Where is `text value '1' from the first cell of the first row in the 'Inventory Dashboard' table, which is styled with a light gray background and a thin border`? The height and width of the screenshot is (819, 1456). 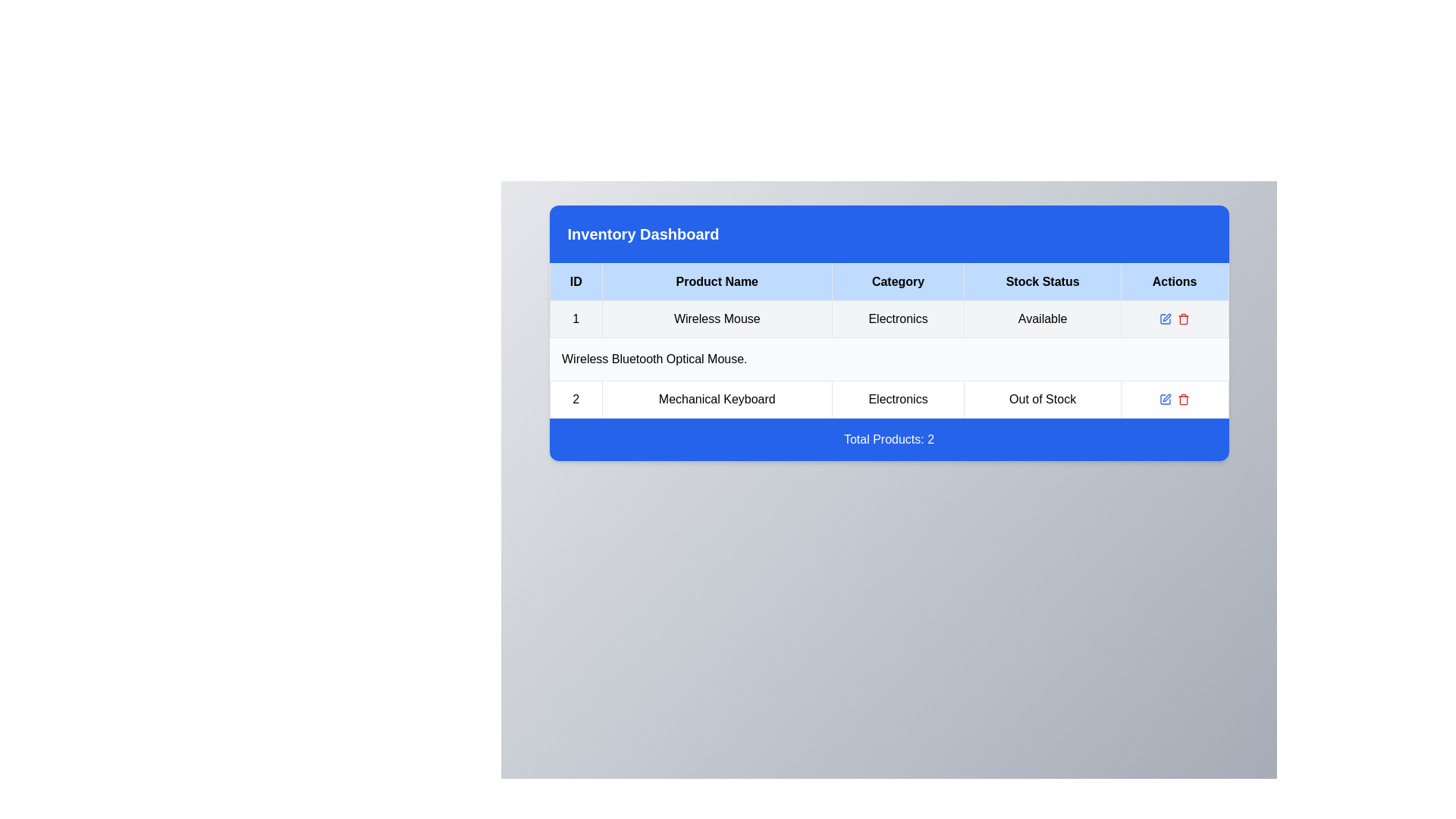
text value '1' from the first cell of the first row in the 'Inventory Dashboard' table, which is styled with a light gray background and a thin border is located at coordinates (575, 318).